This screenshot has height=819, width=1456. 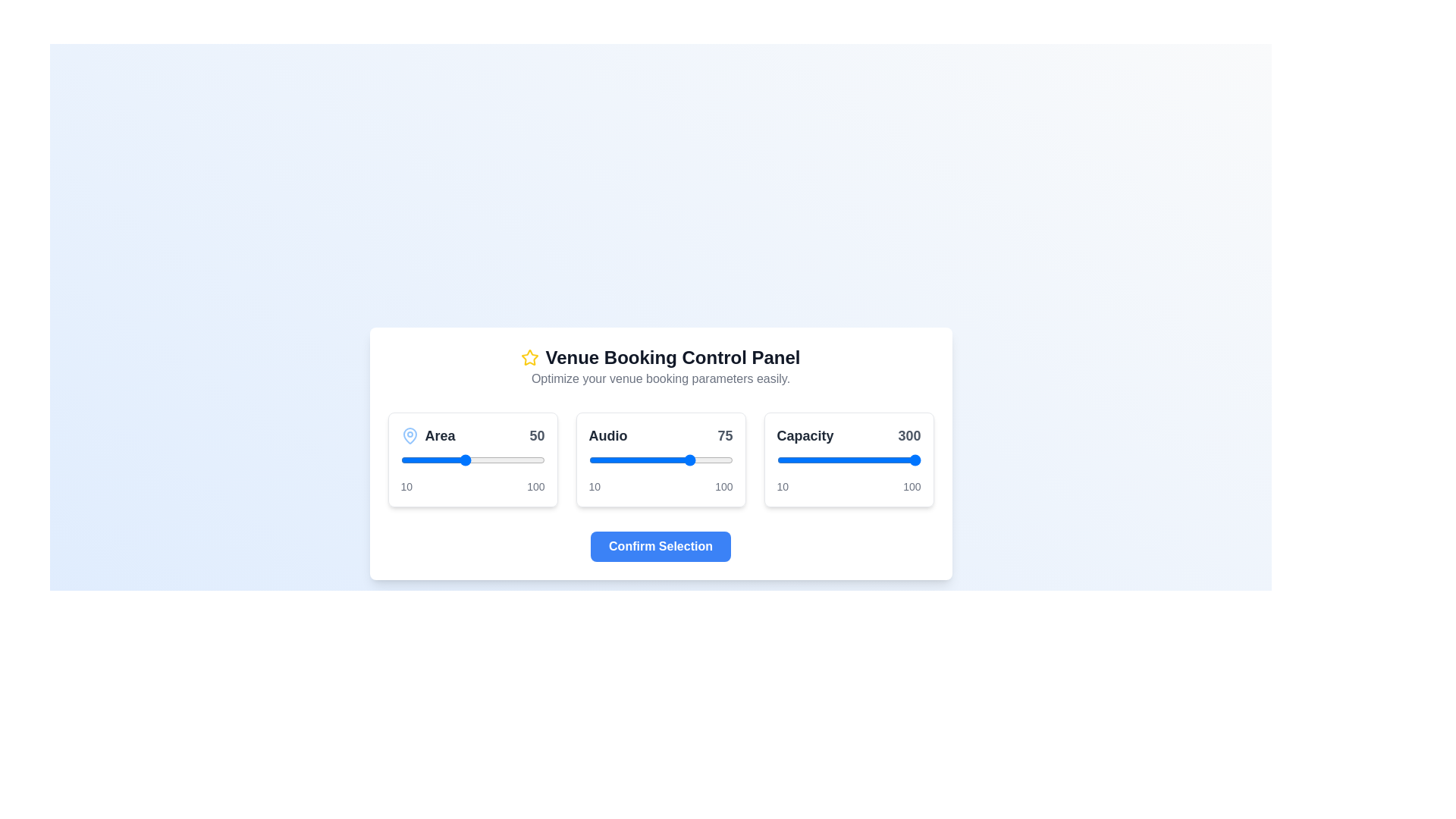 What do you see at coordinates (661, 546) in the screenshot?
I see `the confirmation button located at the bottom section of the 'Venue Booking Control Panel'` at bounding box center [661, 546].